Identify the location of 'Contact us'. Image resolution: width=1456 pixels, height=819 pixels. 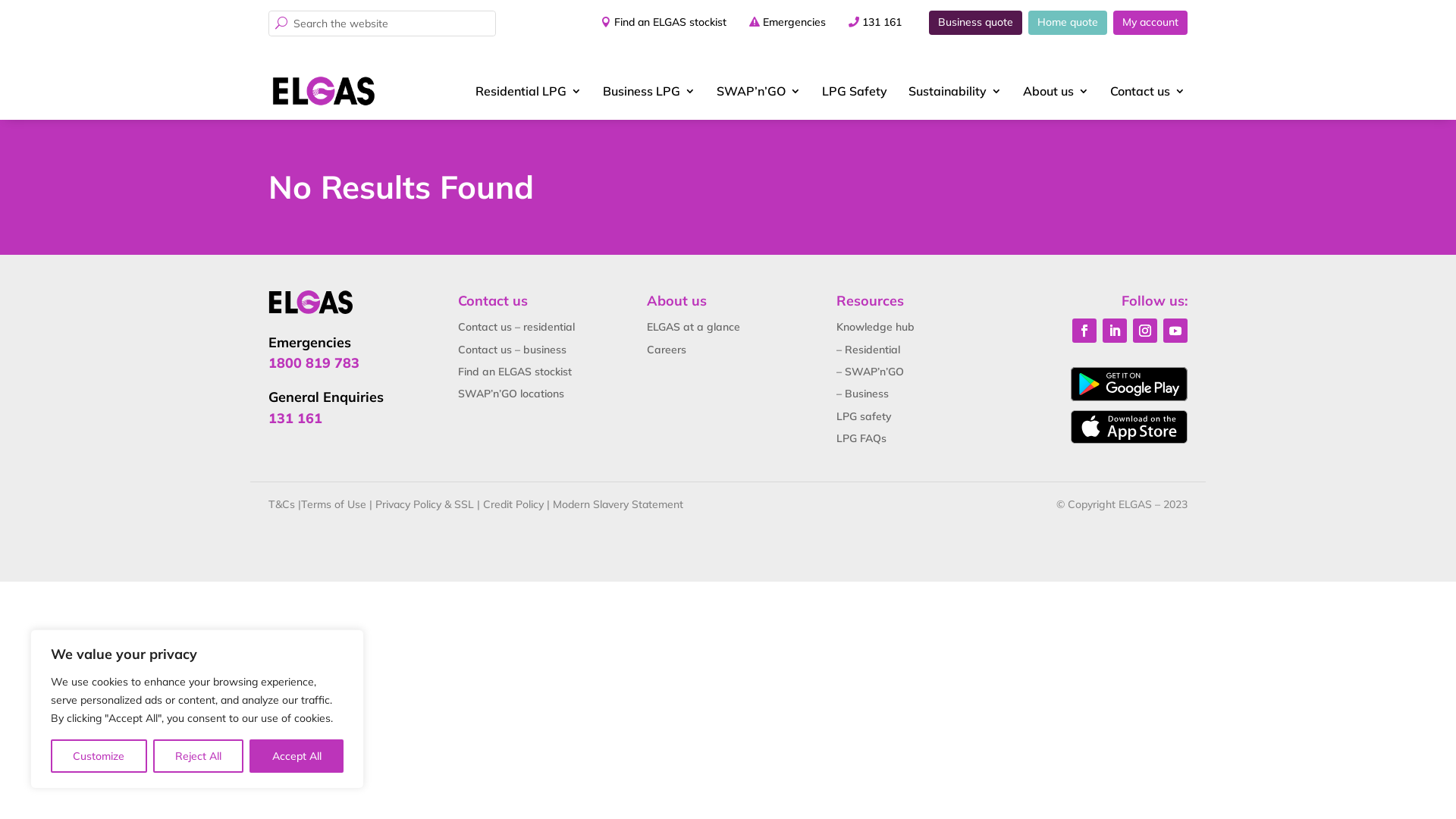
(1147, 90).